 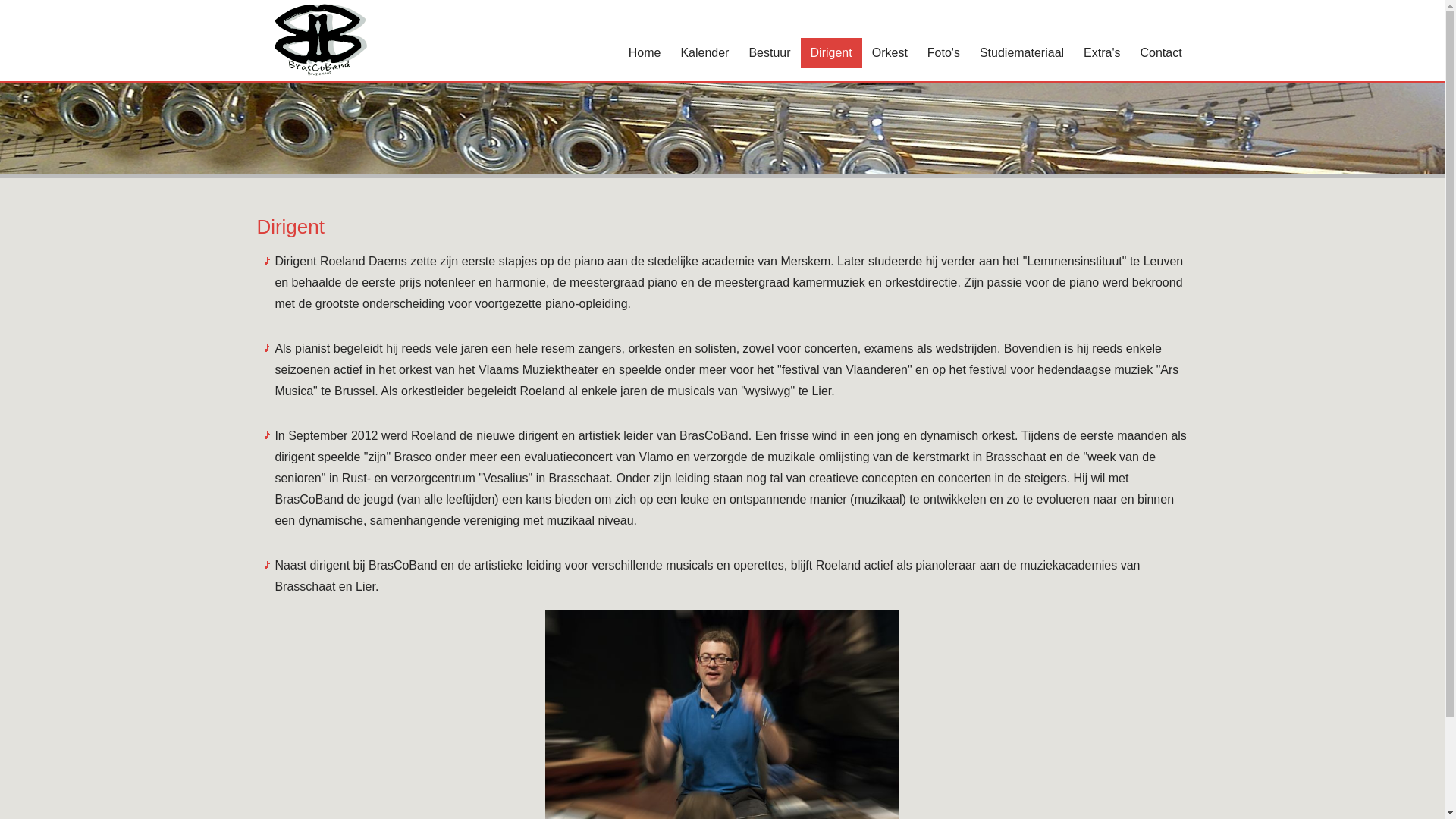 I want to click on 'Home', so click(x=619, y=52).